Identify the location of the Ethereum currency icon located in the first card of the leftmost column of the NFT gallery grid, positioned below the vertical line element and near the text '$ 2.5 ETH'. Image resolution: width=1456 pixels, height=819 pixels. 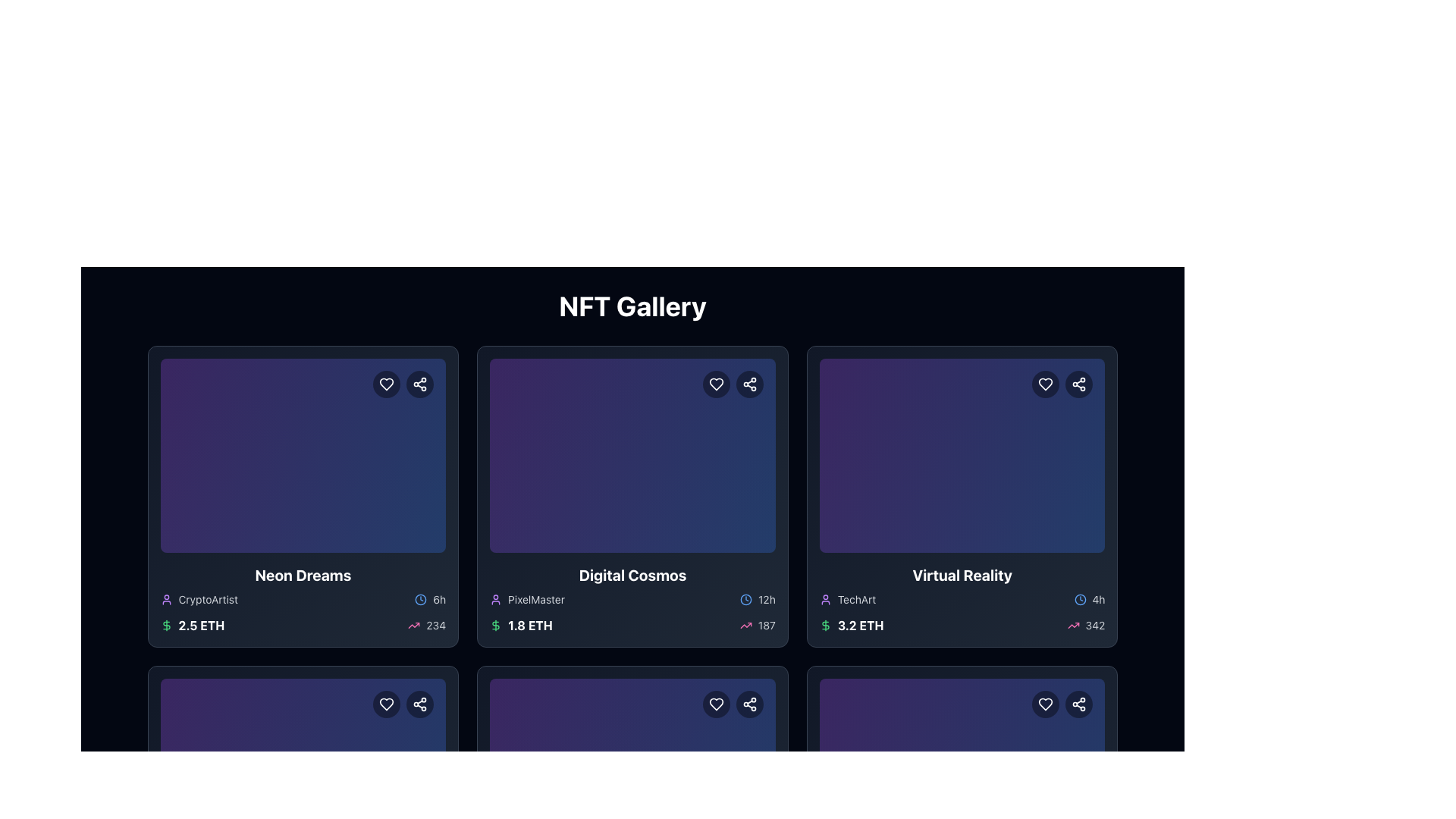
(166, 626).